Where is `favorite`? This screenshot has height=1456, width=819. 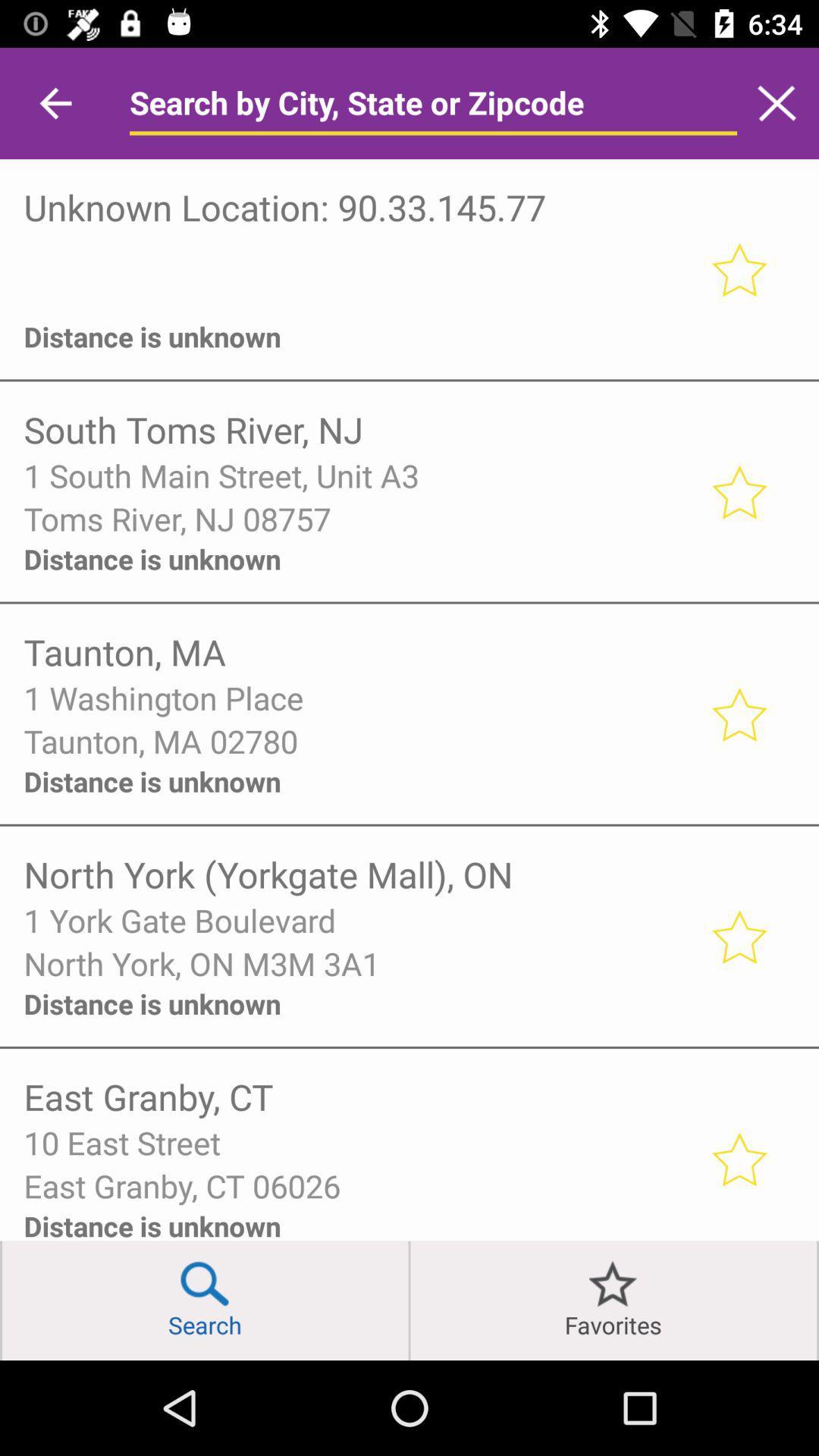
favorite is located at coordinates (738, 1158).